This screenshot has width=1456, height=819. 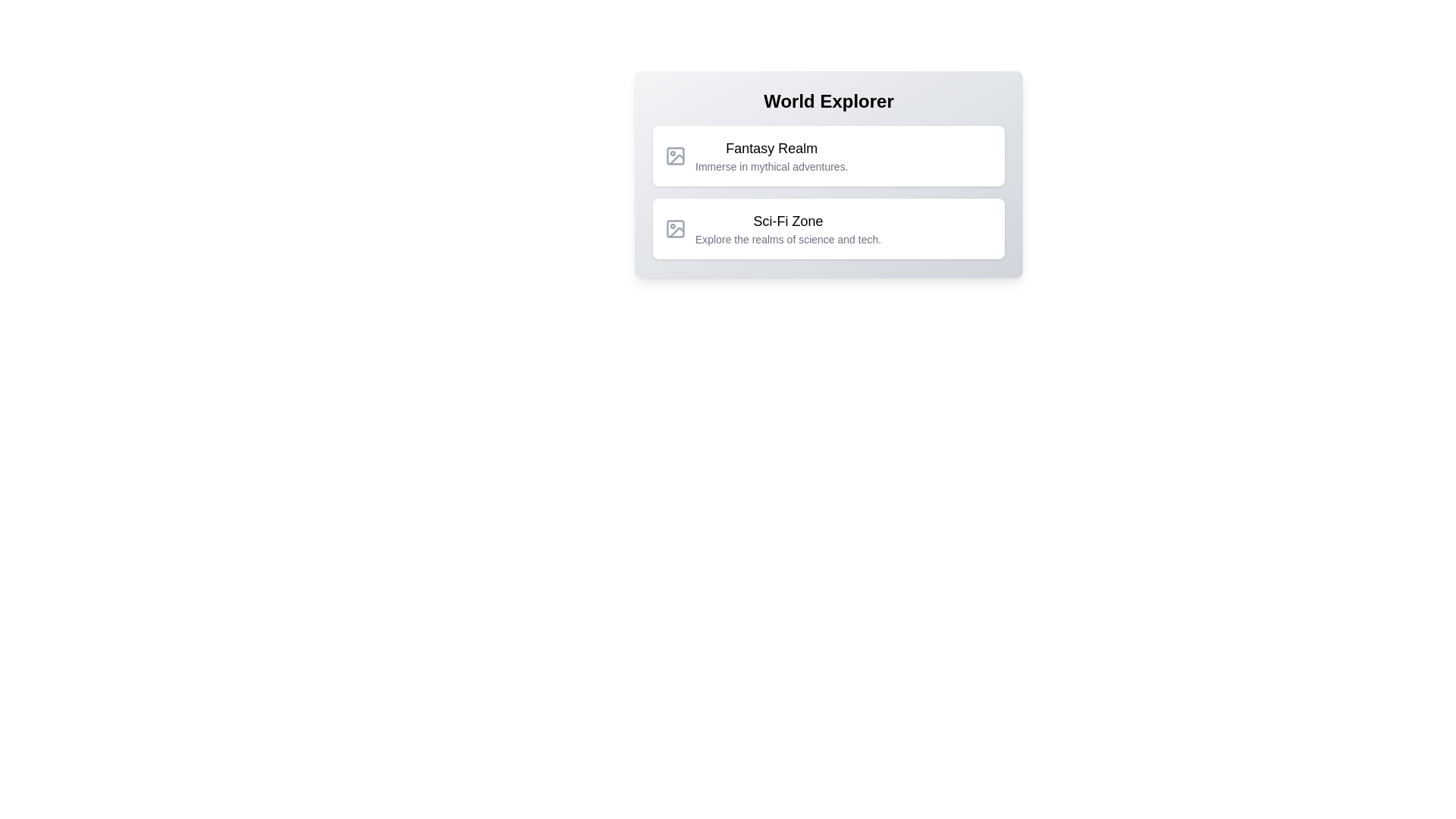 I want to click on the rectangular icon component that serves as the background of the 'Sci-Fi Zone' menu entry for its symbolic meaning, so click(x=675, y=228).